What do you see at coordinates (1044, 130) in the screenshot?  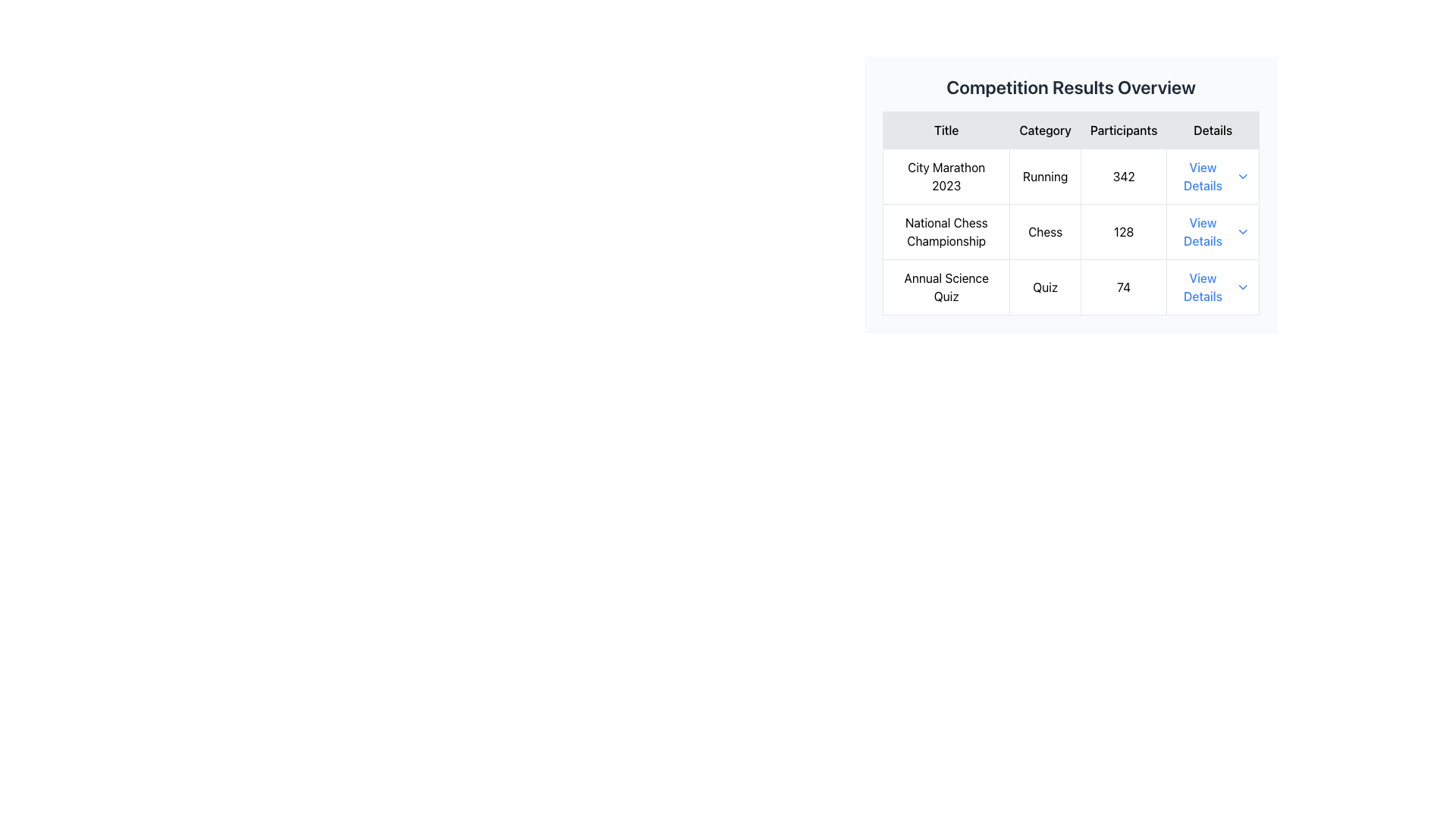 I see `the 'Category' column header in the table, which is the second column header located between the 'Title' and 'Participants' columns, to help users interpret the data structure of the table` at bounding box center [1044, 130].